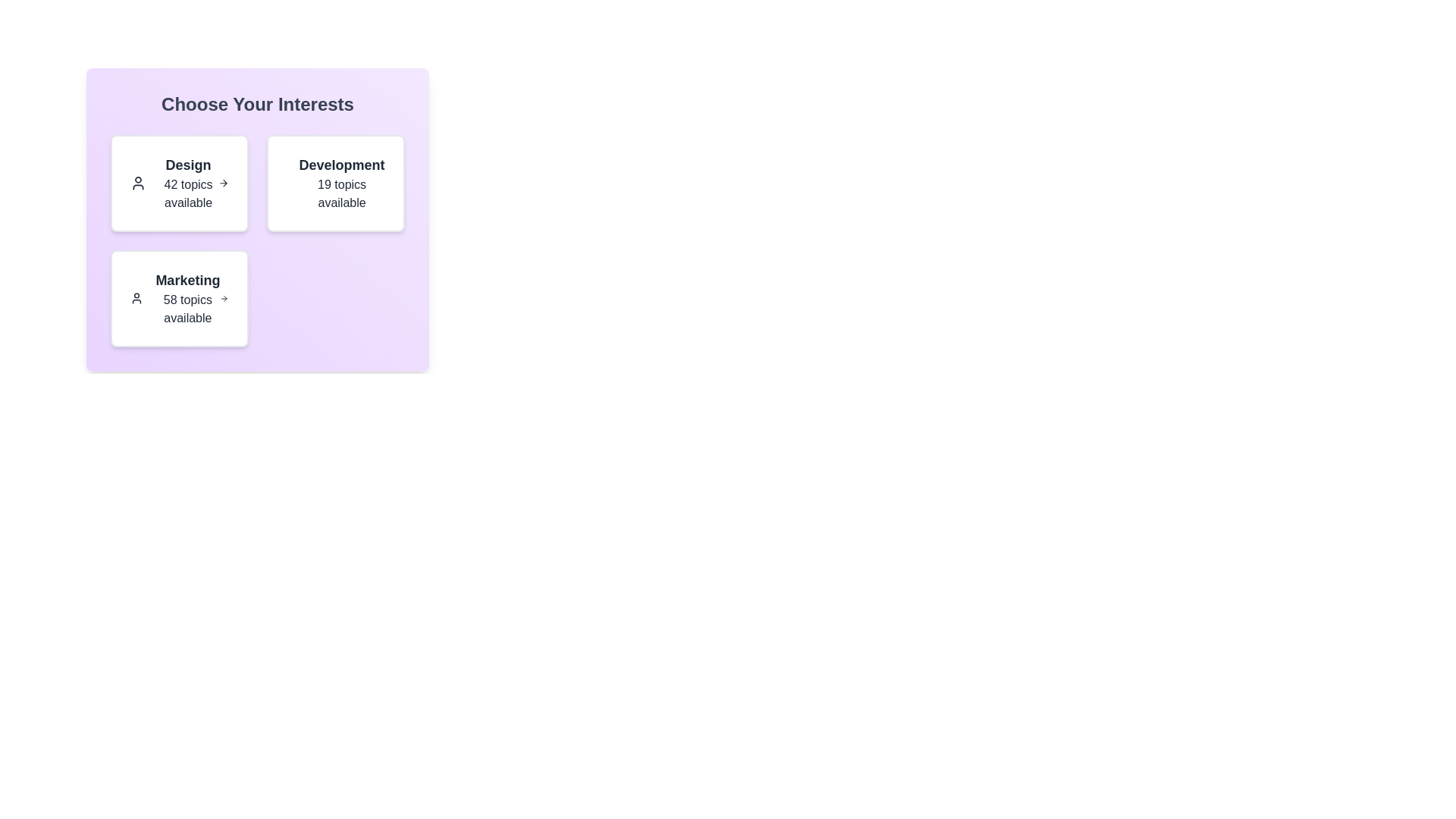 This screenshot has width=1456, height=819. What do you see at coordinates (179, 183) in the screenshot?
I see `the chip card corresponding to Design` at bounding box center [179, 183].